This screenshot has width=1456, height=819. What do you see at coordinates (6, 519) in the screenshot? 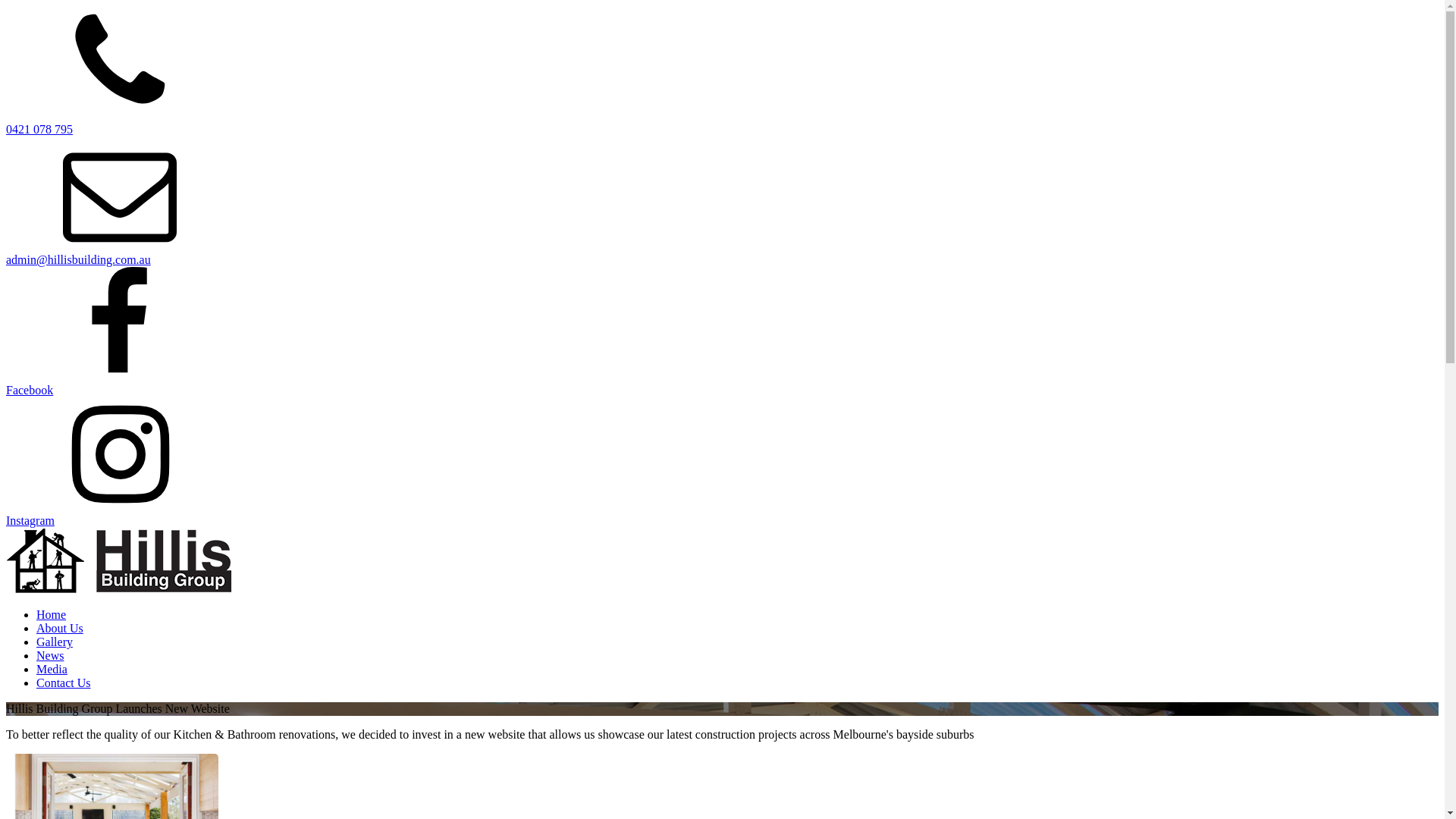
I see `'Instagram'` at bounding box center [6, 519].